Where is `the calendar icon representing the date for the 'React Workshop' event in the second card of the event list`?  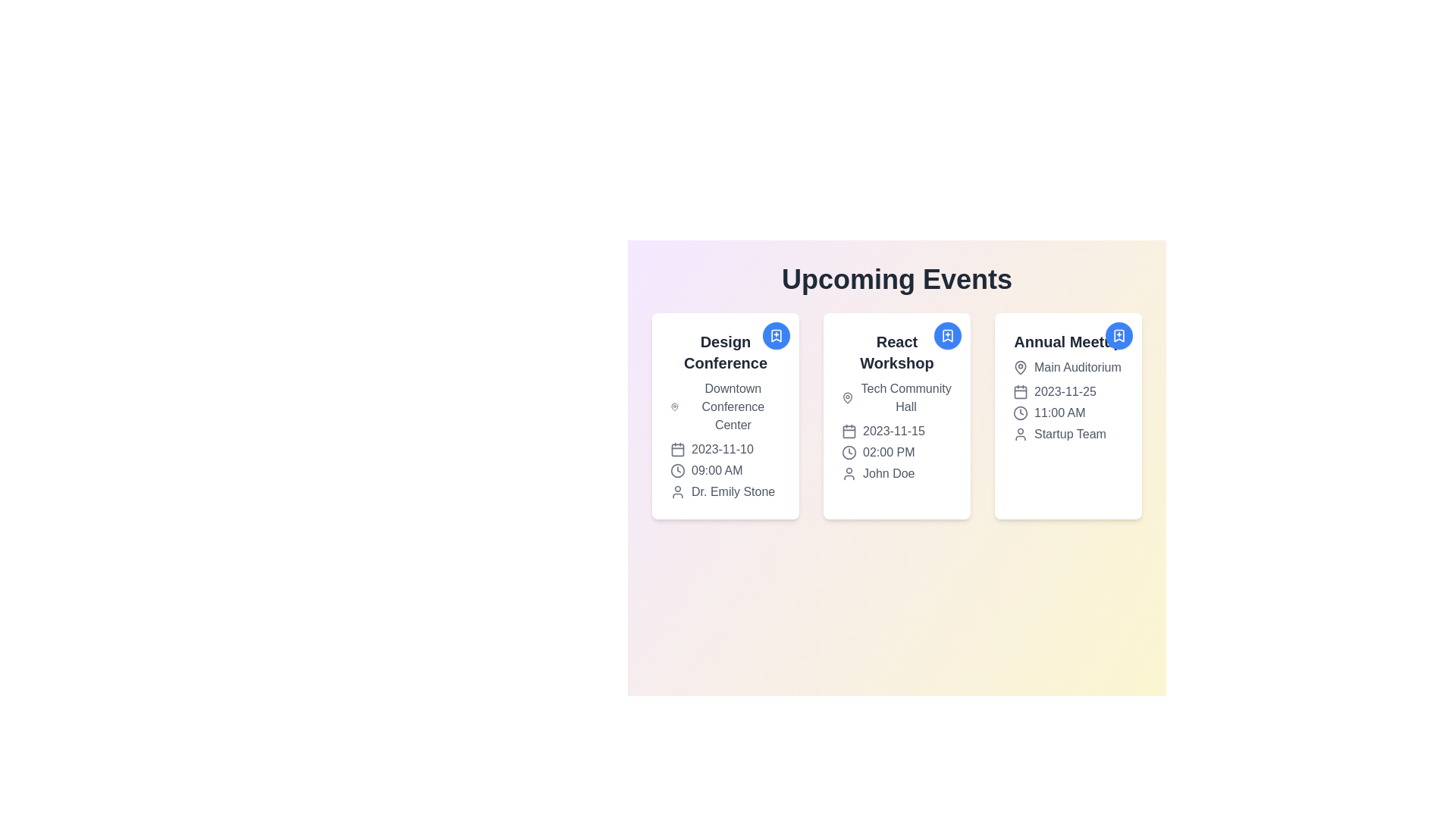 the calendar icon representing the date for the 'React Workshop' event in the second card of the event list is located at coordinates (848, 431).